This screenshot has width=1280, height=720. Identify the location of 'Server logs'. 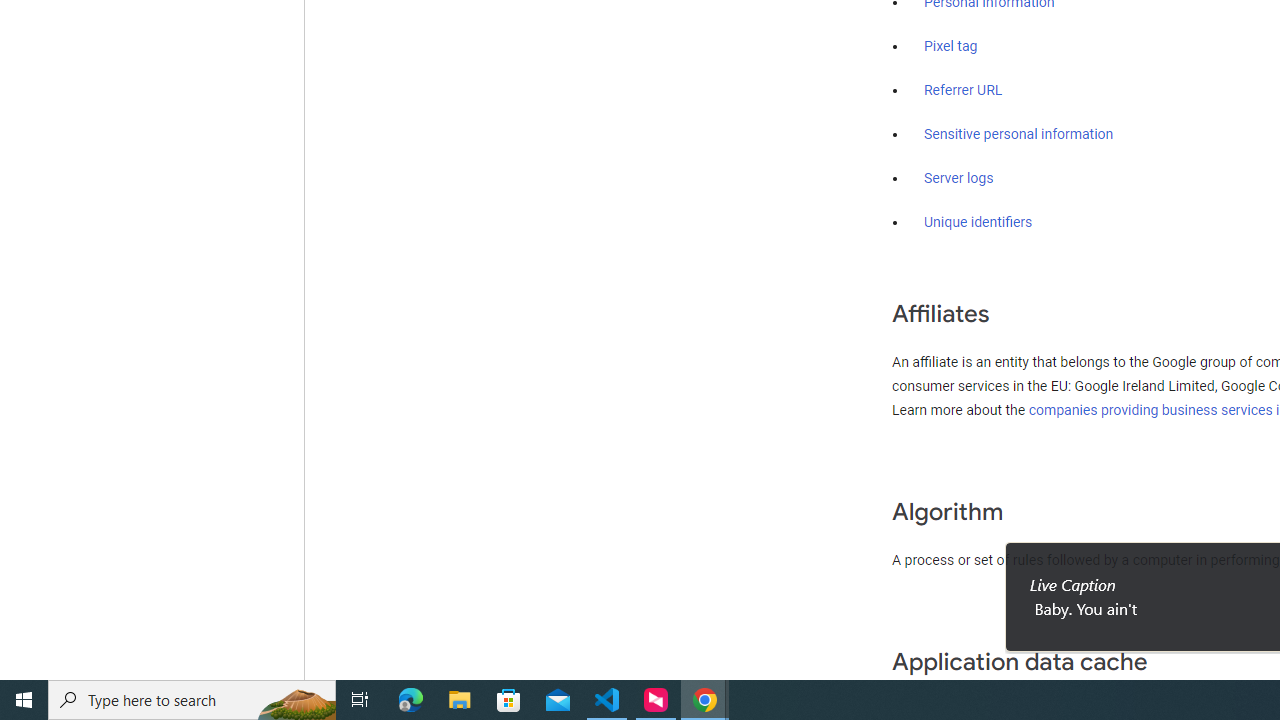
(958, 177).